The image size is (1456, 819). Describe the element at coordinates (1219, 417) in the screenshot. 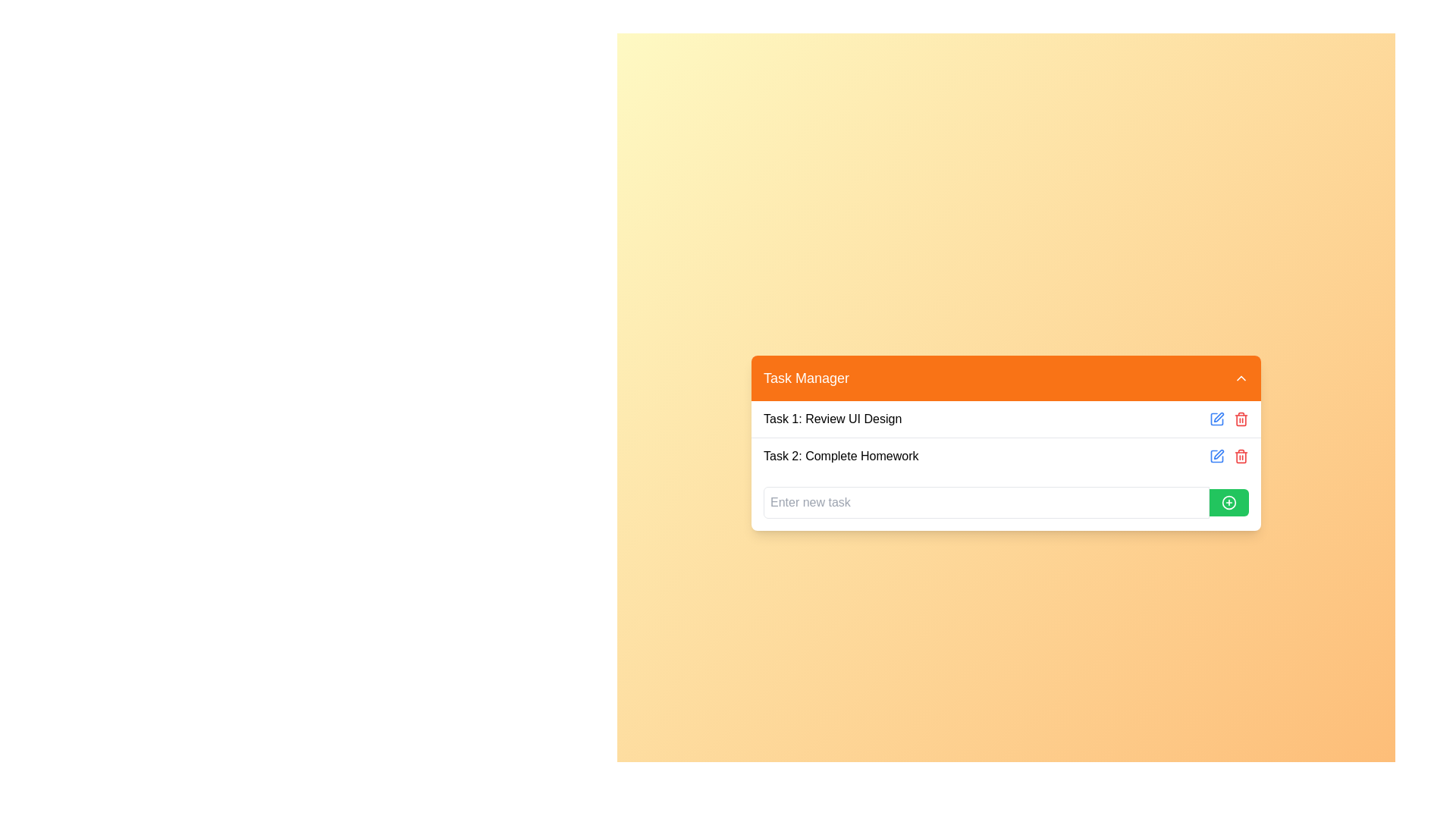

I see `the icon button located in the upper-right corner of the 'Task Manager' card` at that location.